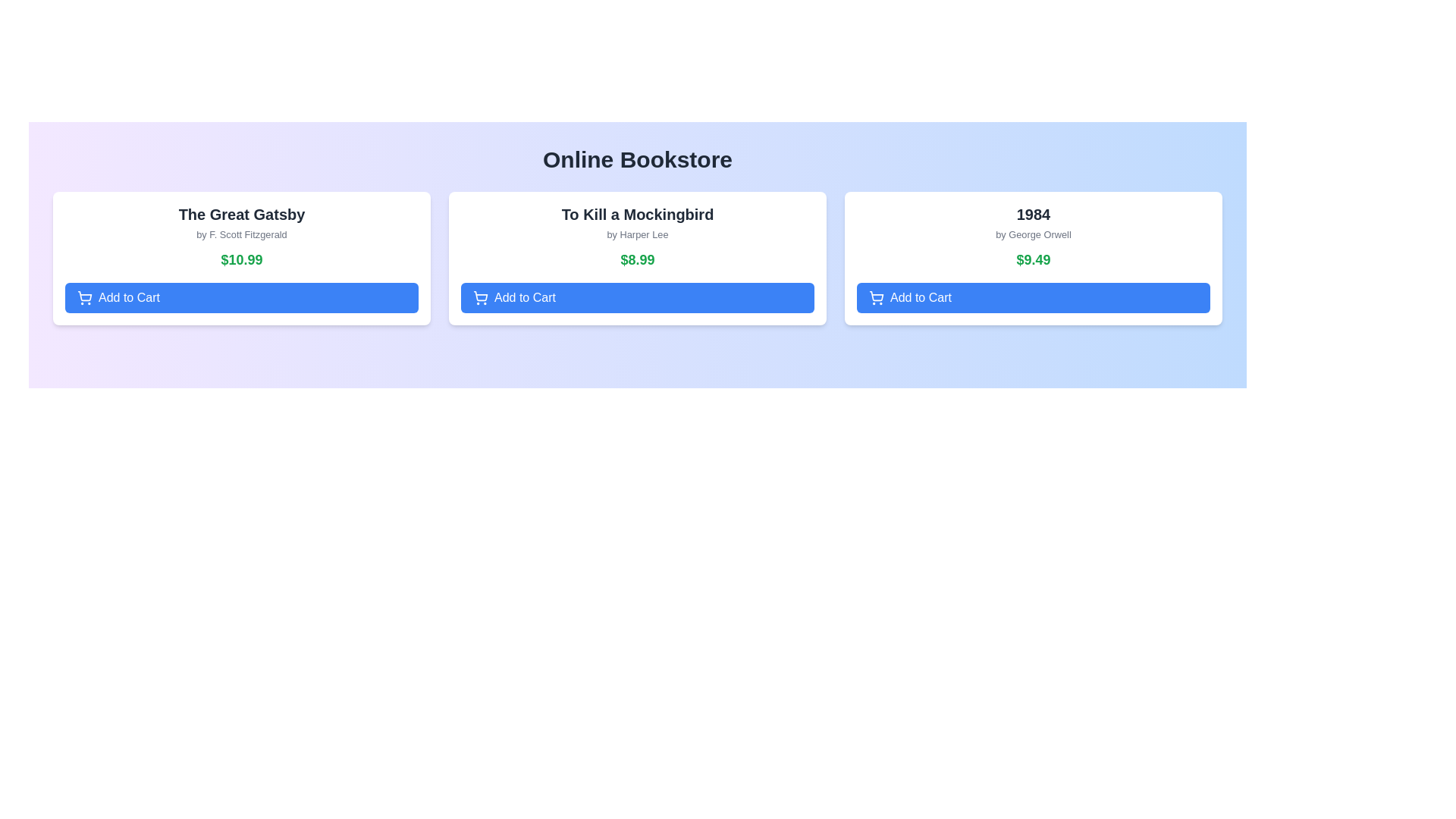 This screenshot has width=1456, height=819. I want to click on the price Text label located under the subtitle 'by Harper Lee' and above the 'Add to Cart' button in the central product card for accessibility, so click(637, 259).